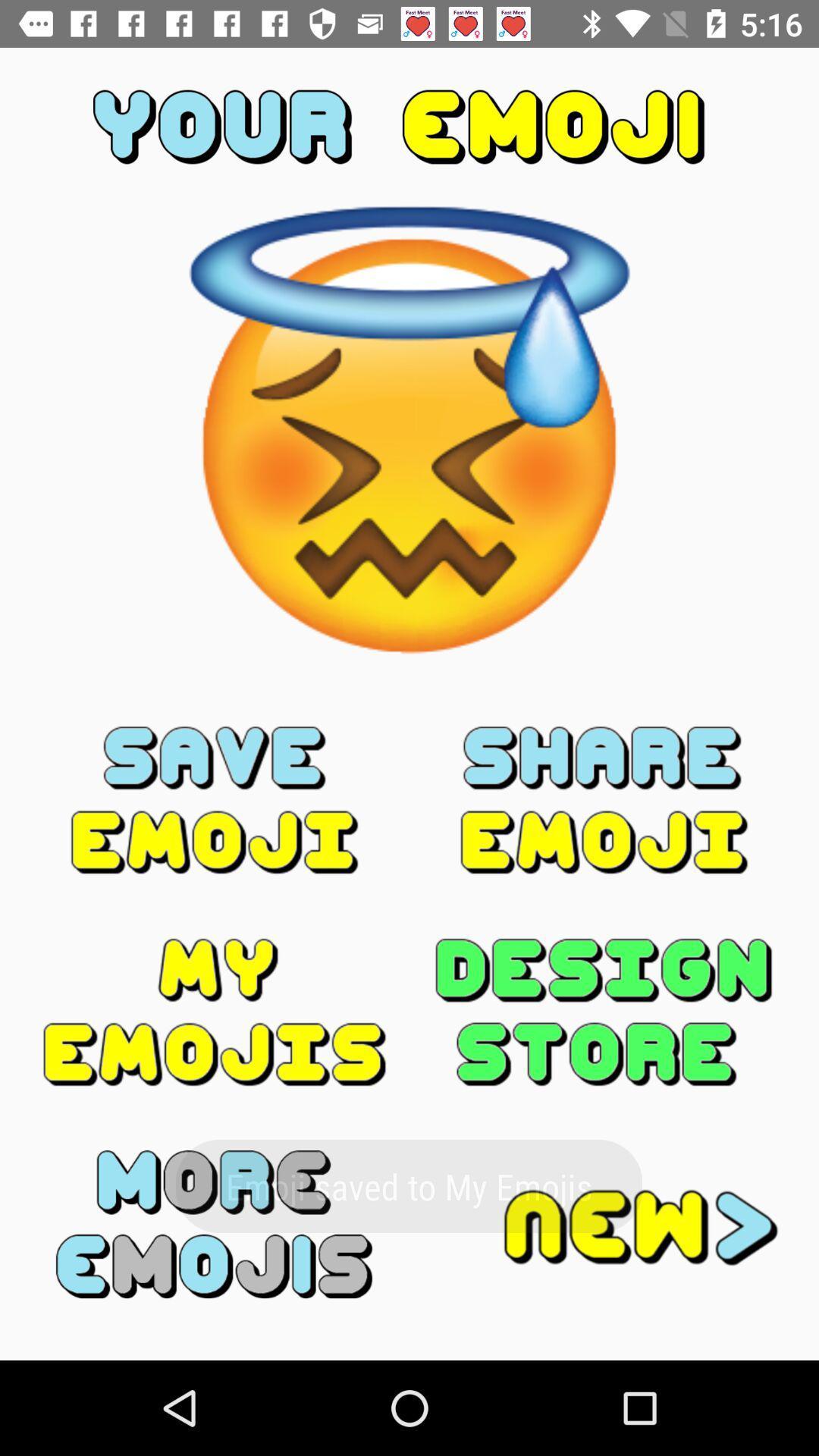 The image size is (819, 1456). I want to click on show saved emojis, so click(215, 1012).